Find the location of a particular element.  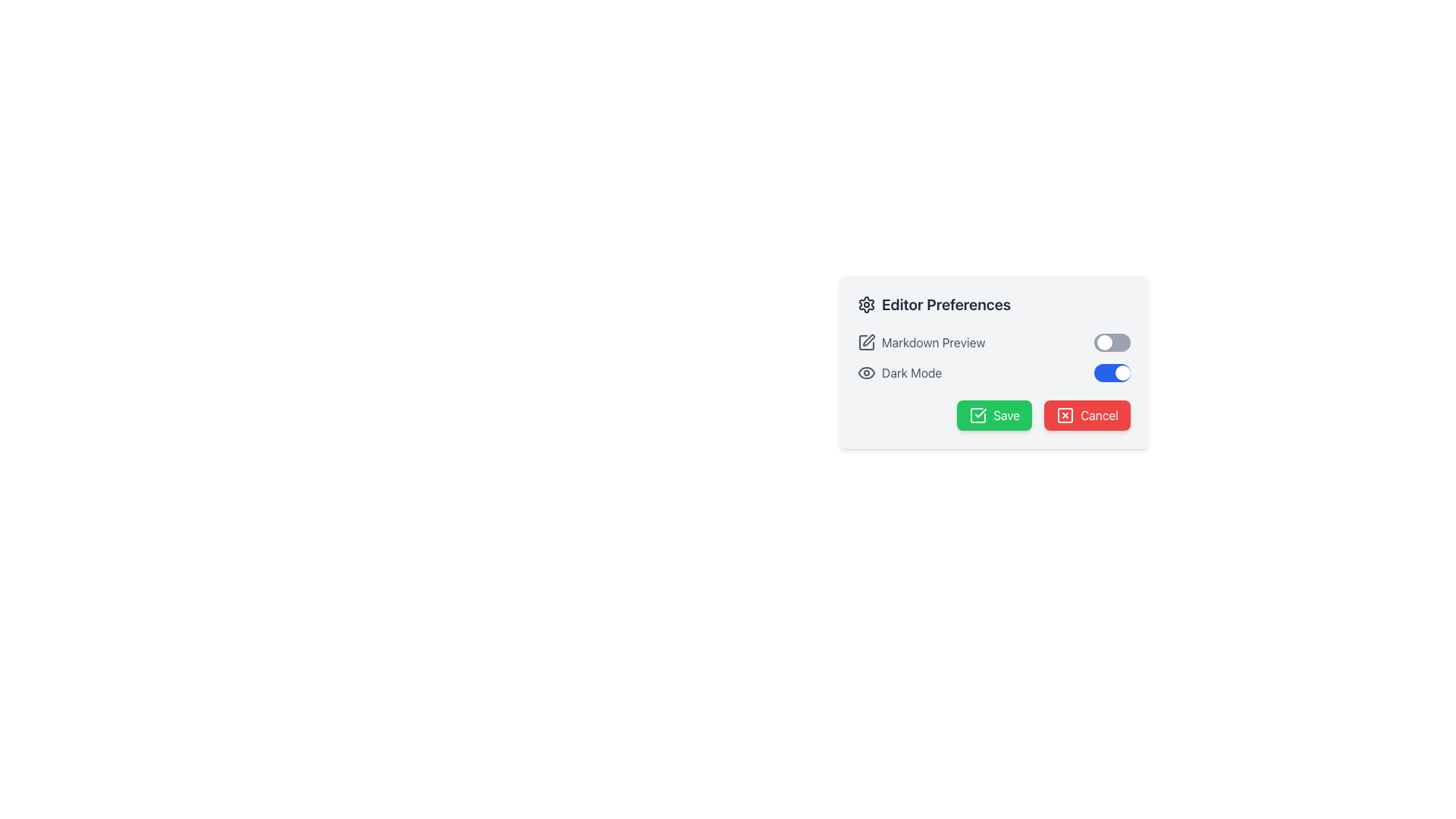

the toggle switch with a blue background and a circular white handle located in the bottom-right corner of the 'Editor Preferences' pop-up, on the same row as the 'Dark Mode' label to switch states is located at coordinates (1112, 373).